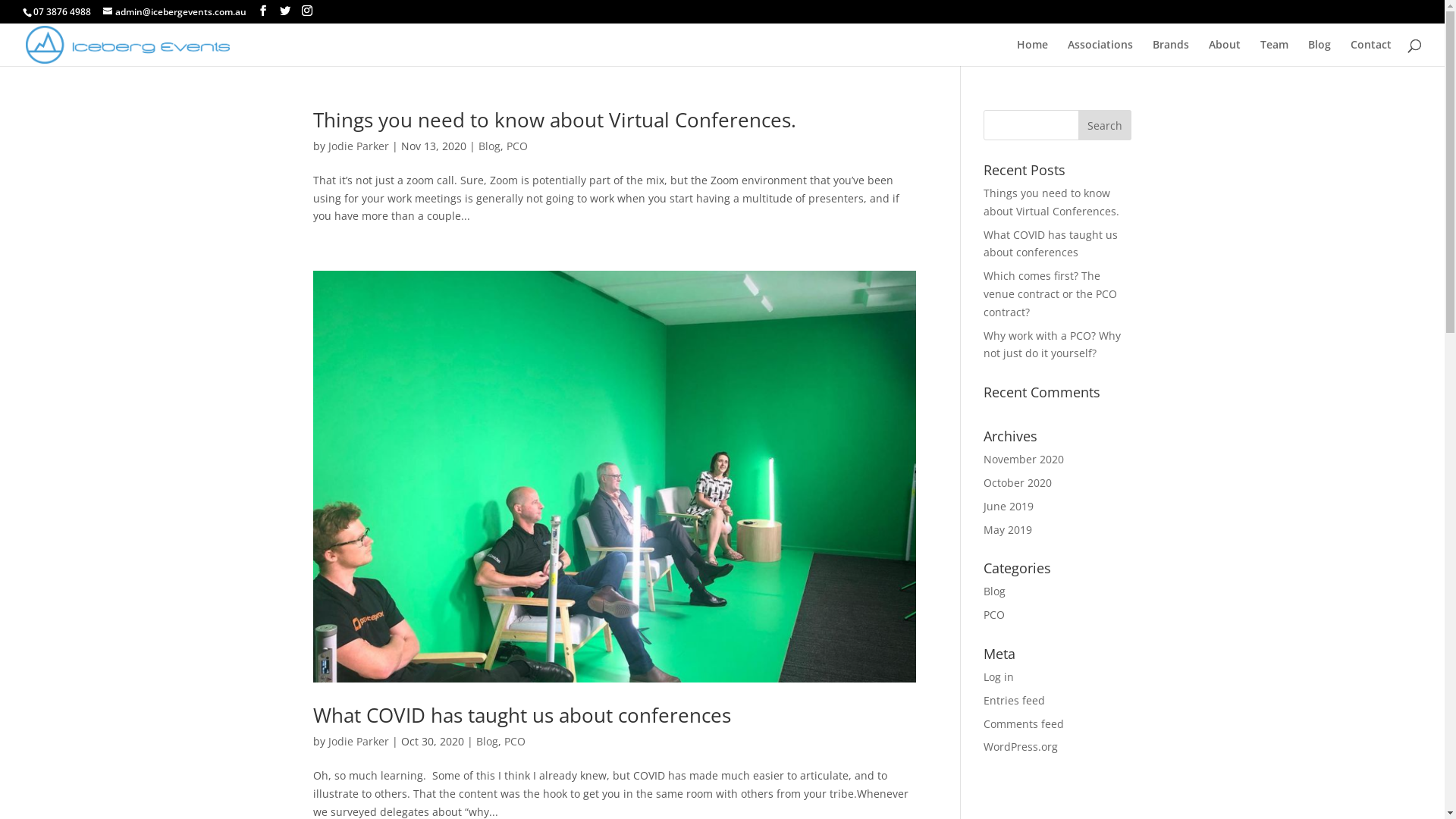  I want to click on 'PCO', so click(513, 740).